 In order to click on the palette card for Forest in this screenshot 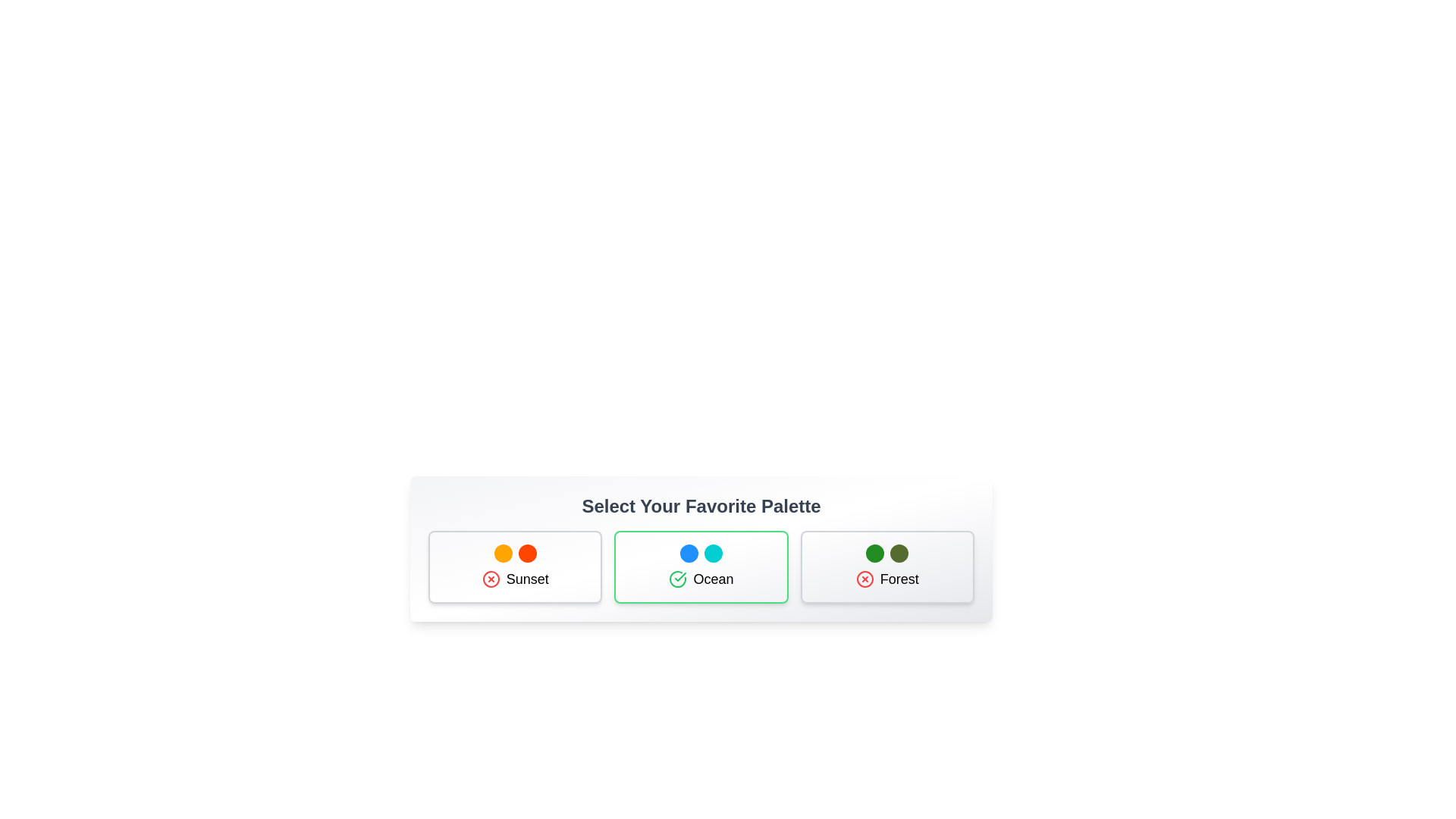, I will do `click(887, 567)`.